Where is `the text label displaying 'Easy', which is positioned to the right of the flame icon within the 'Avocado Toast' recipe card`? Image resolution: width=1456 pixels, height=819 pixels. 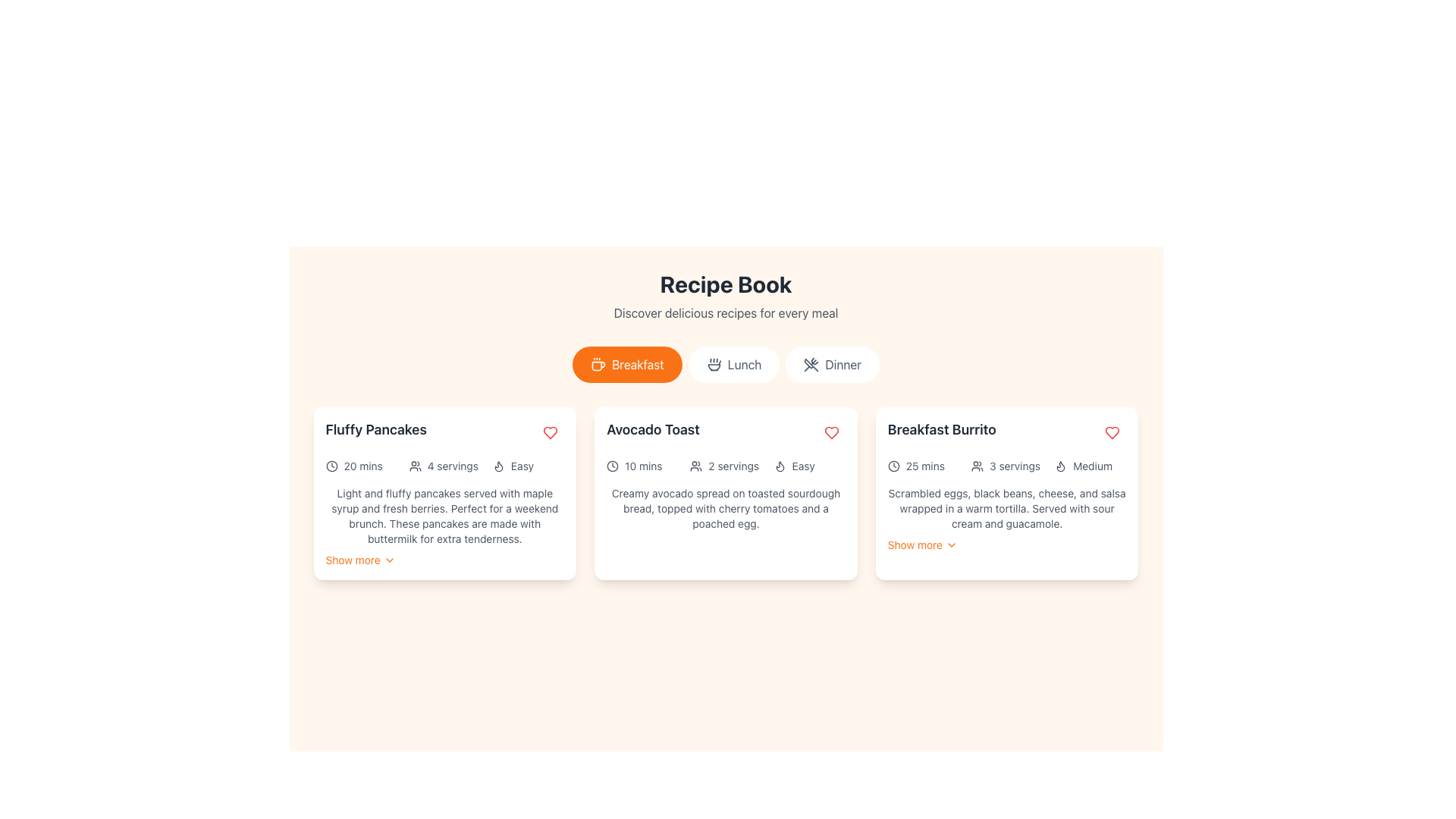 the text label displaying 'Easy', which is positioned to the right of the flame icon within the 'Avocado Toast' recipe card is located at coordinates (802, 465).